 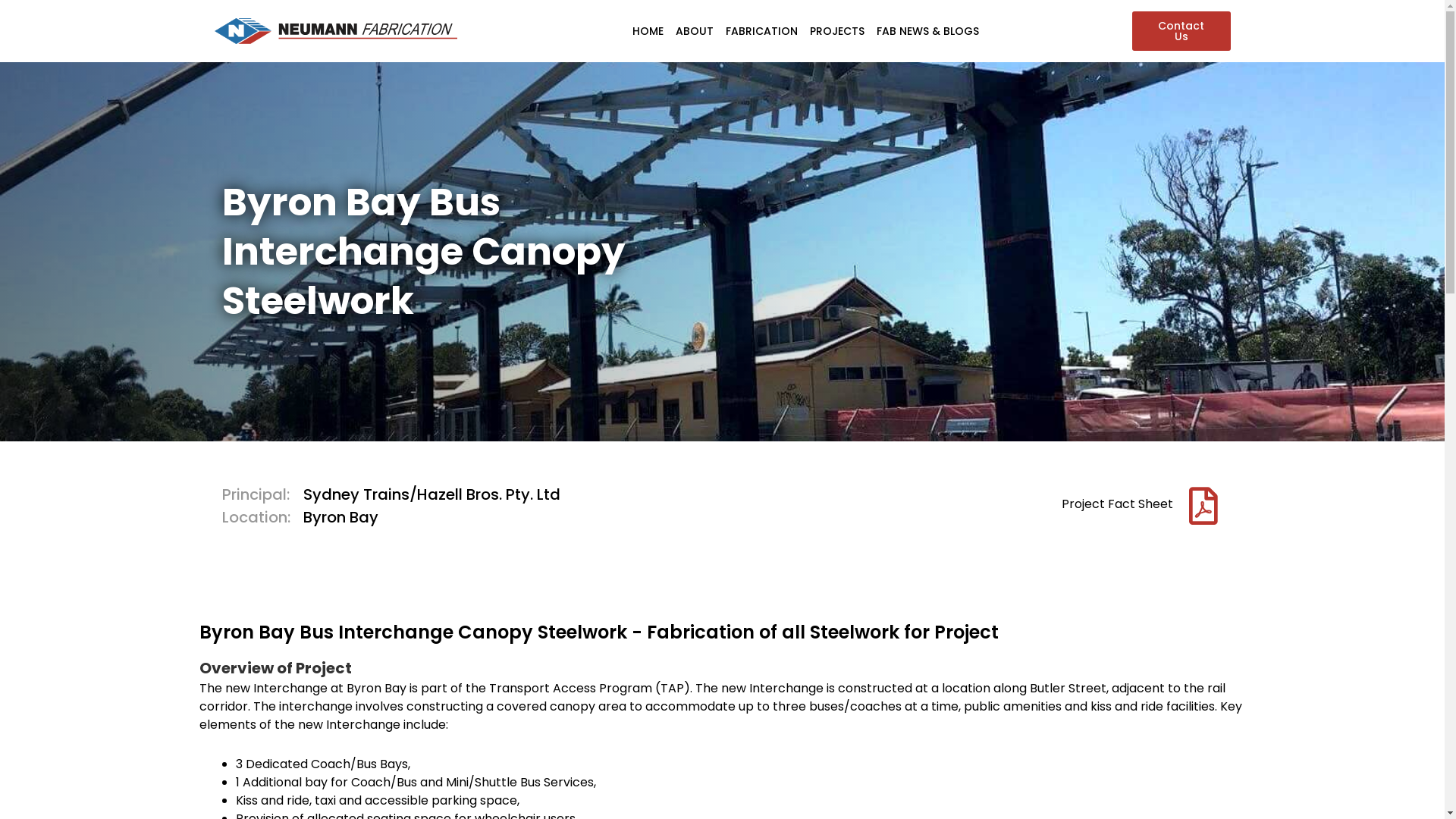 I want to click on 'Contact Us', so click(x=1179, y=31).